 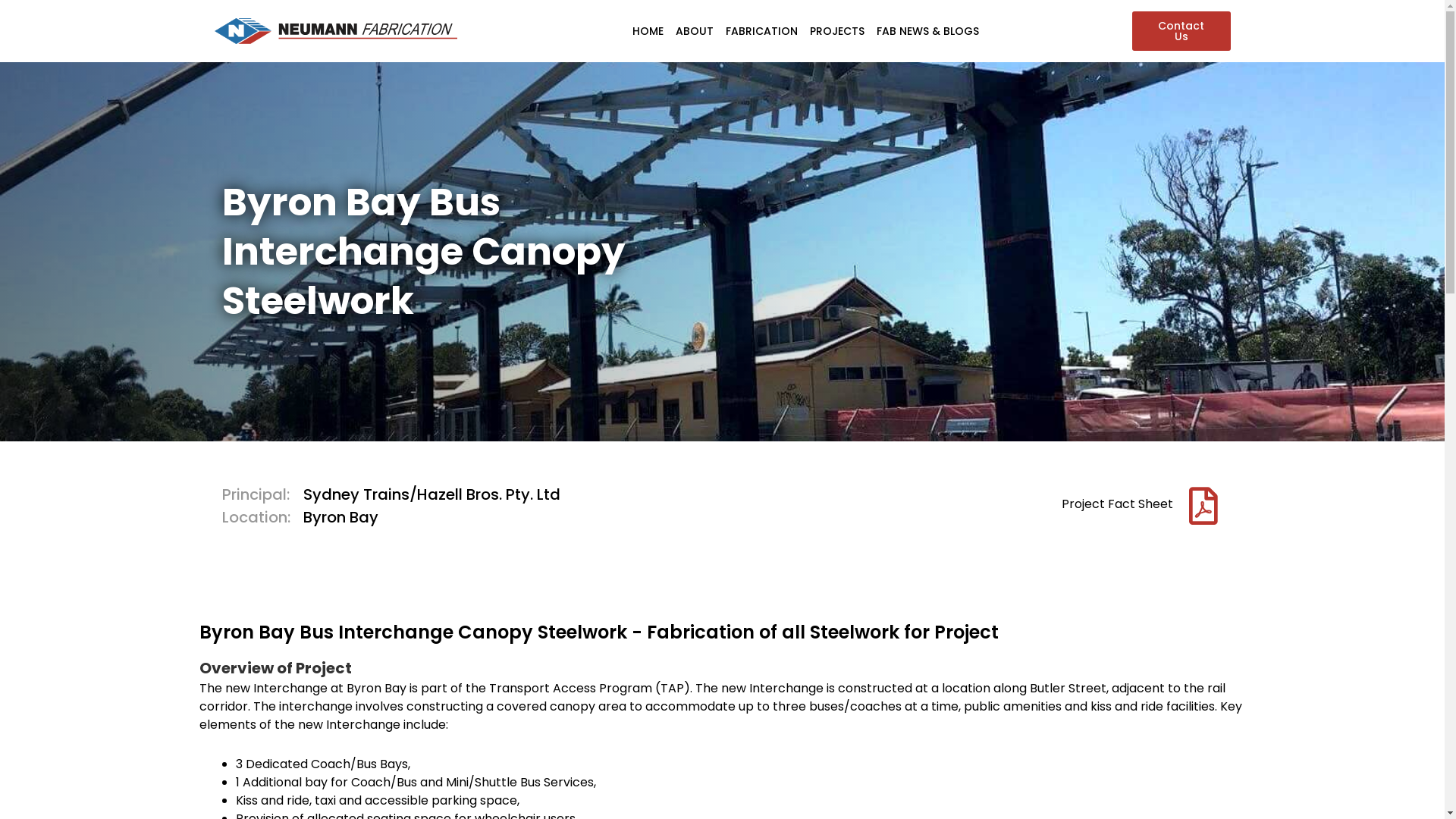 I want to click on 'Contact Us', so click(x=1179, y=31).